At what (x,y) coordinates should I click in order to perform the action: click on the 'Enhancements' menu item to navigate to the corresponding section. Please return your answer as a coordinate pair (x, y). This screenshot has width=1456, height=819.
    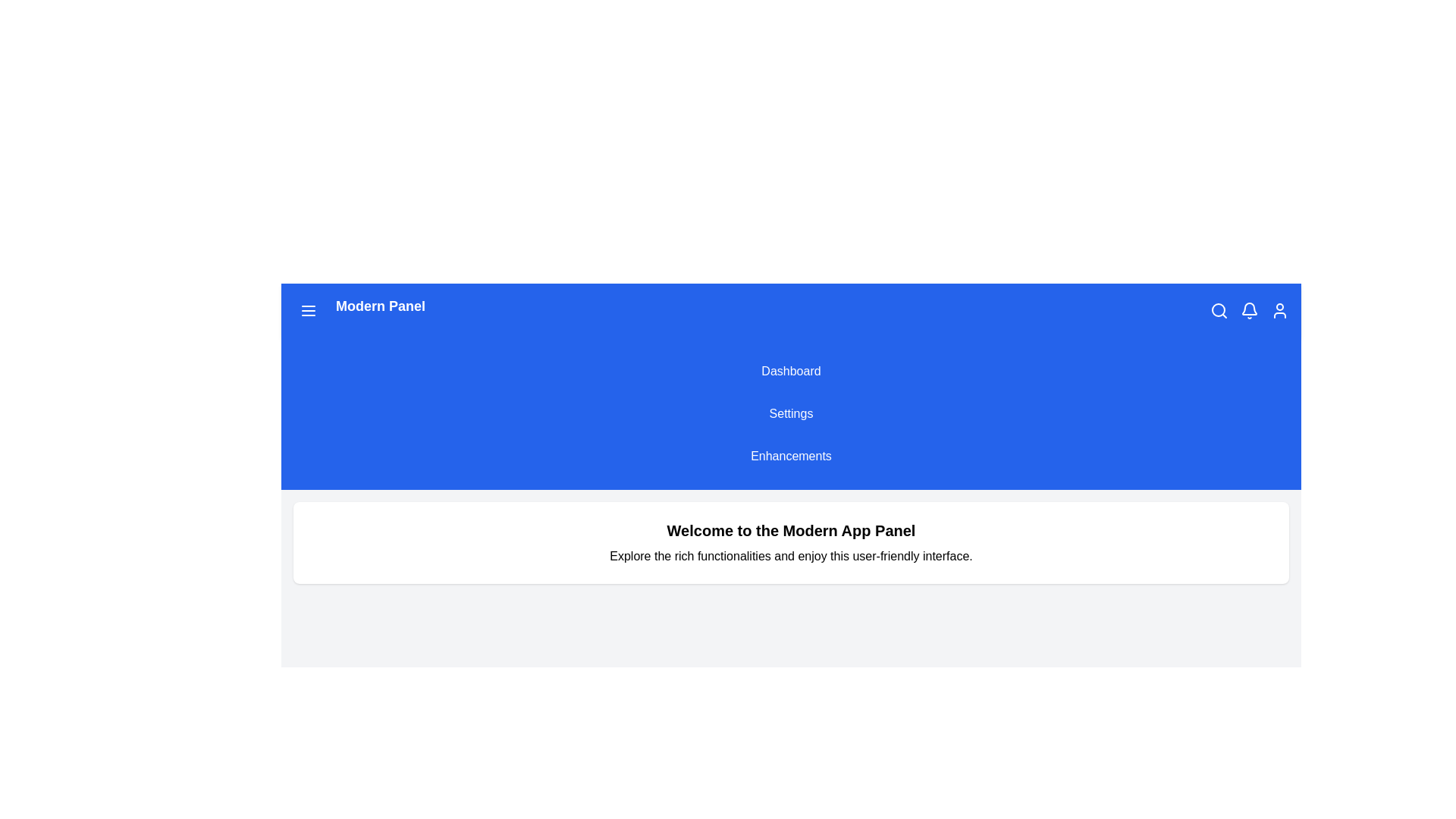
    Looking at the image, I should click on (790, 455).